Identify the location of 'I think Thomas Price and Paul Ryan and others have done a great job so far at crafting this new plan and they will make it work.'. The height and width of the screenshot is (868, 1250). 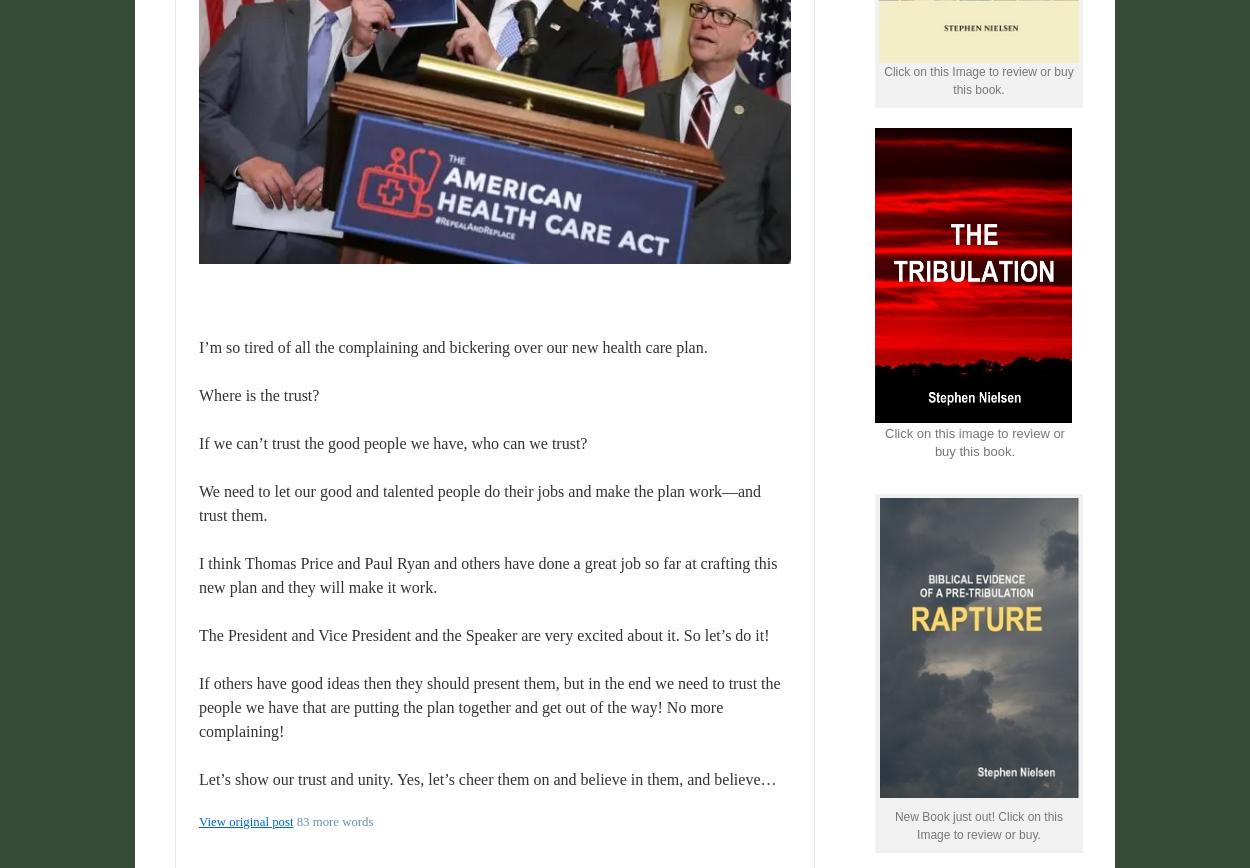
(487, 574).